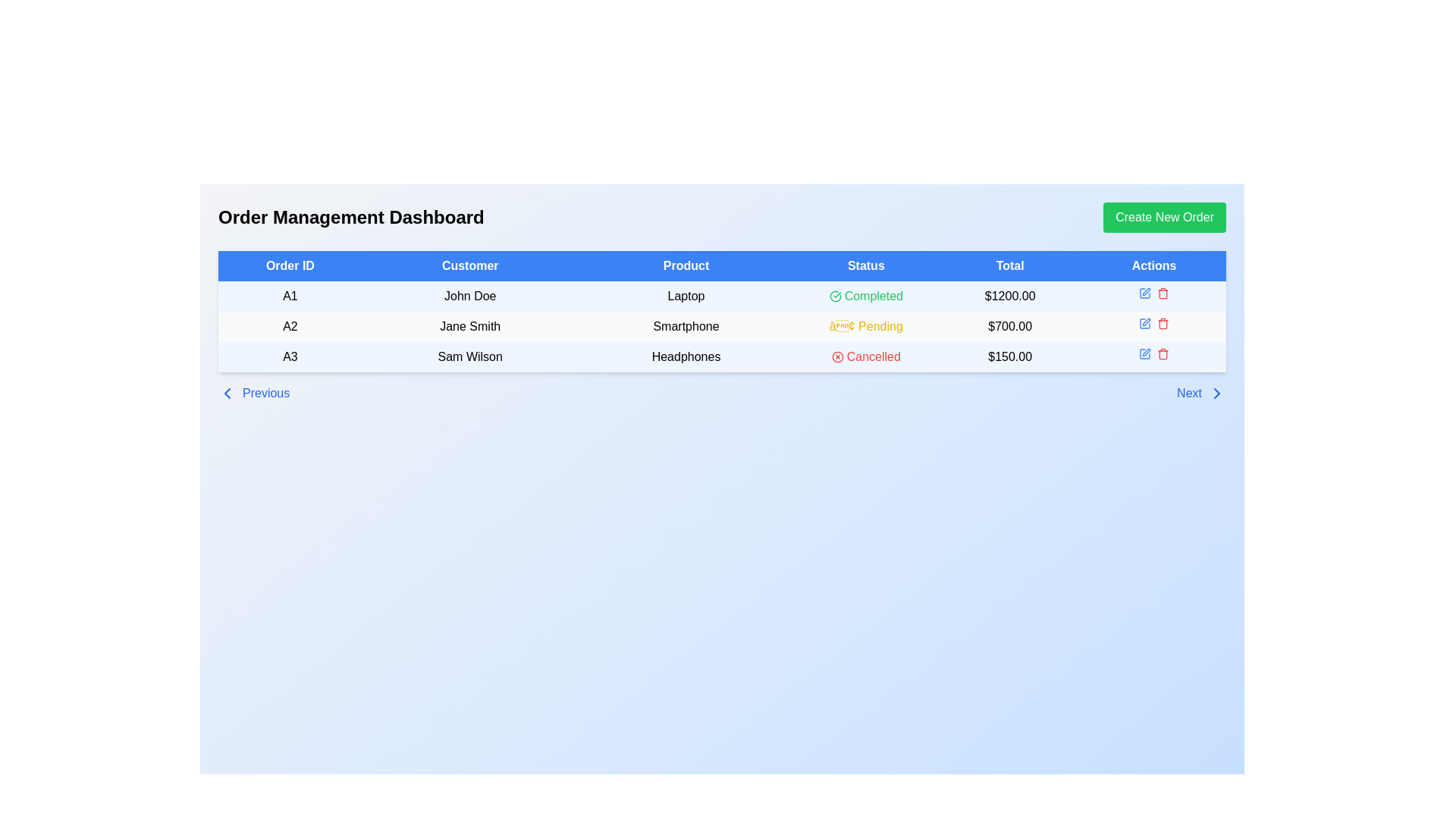 Image resolution: width=1456 pixels, height=819 pixels. What do you see at coordinates (686, 356) in the screenshot?
I see `the 'Headphones' text label located in the third row and third column of the product category table, adjacent to 'Sam Wilson' on the left and 'Cancelled' on the right` at bounding box center [686, 356].